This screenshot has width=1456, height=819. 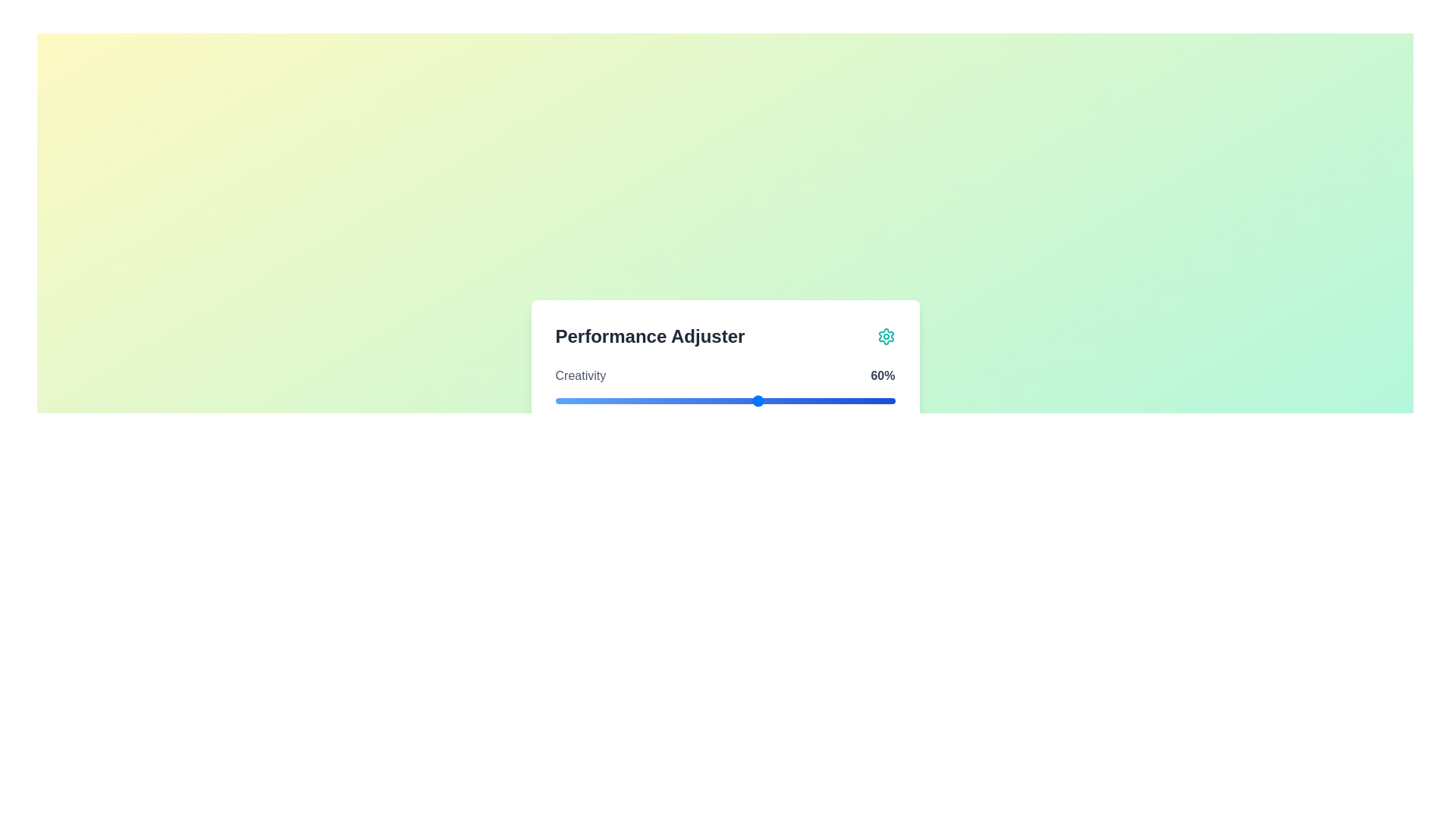 I want to click on the slider to set the value to 38%, so click(x=683, y=400).